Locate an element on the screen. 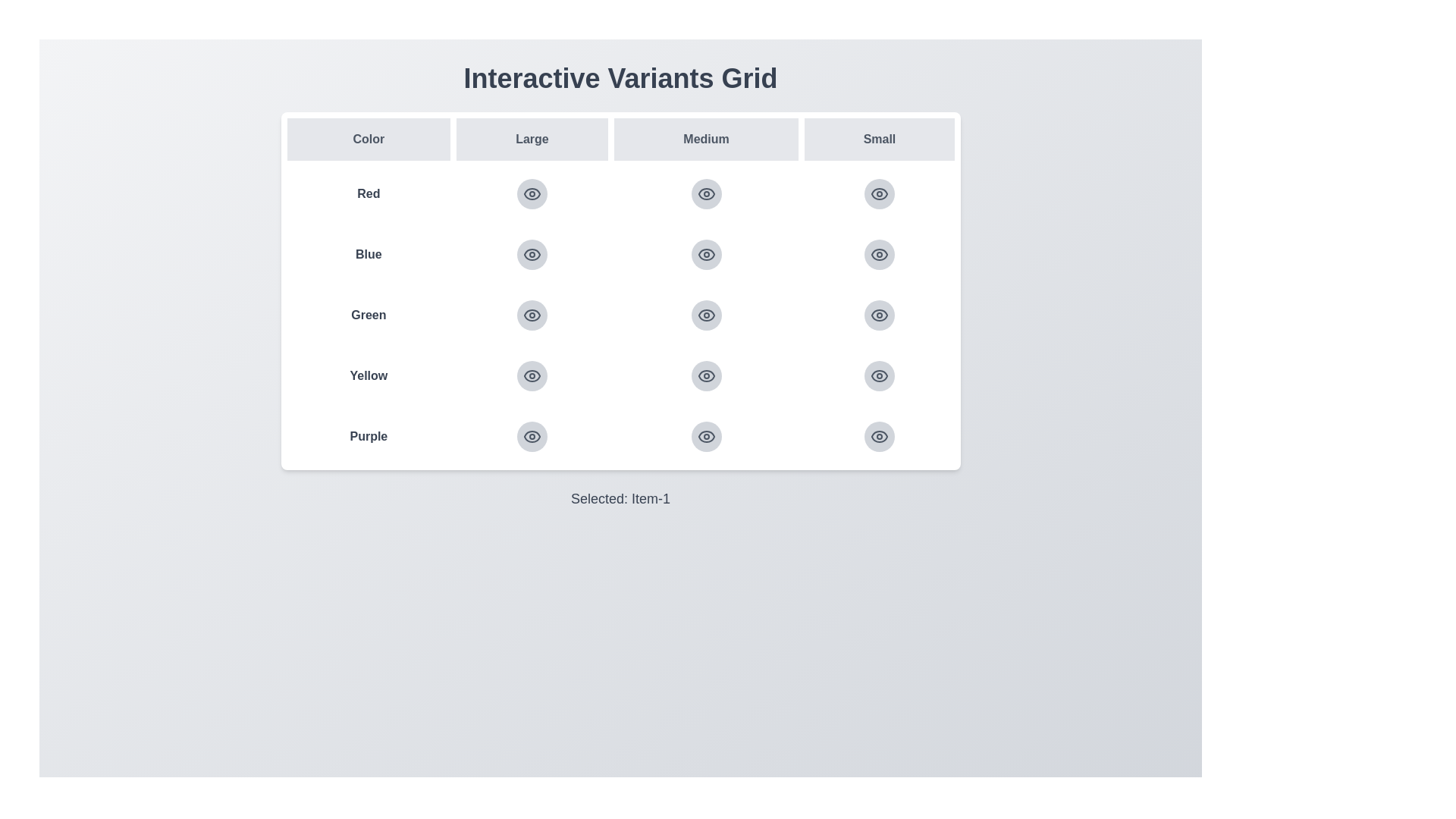 The image size is (1456, 819). the 'Blue' text label in the 'Color' column, which is the second item in the vertical list between 'Red' and 'Green' is located at coordinates (369, 253).